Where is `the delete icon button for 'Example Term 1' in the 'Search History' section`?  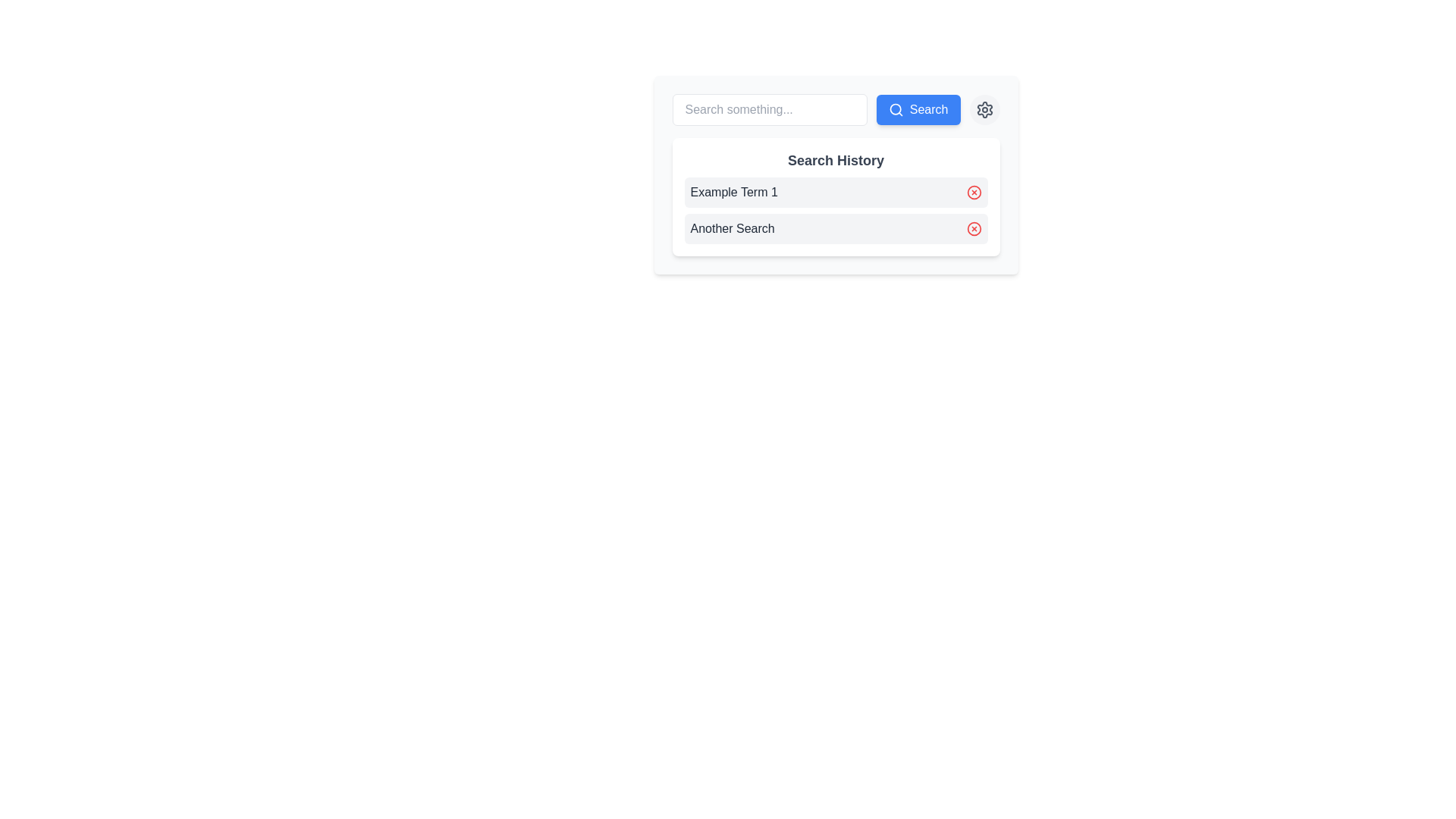 the delete icon button for 'Example Term 1' in the 'Search History' section is located at coordinates (974, 192).